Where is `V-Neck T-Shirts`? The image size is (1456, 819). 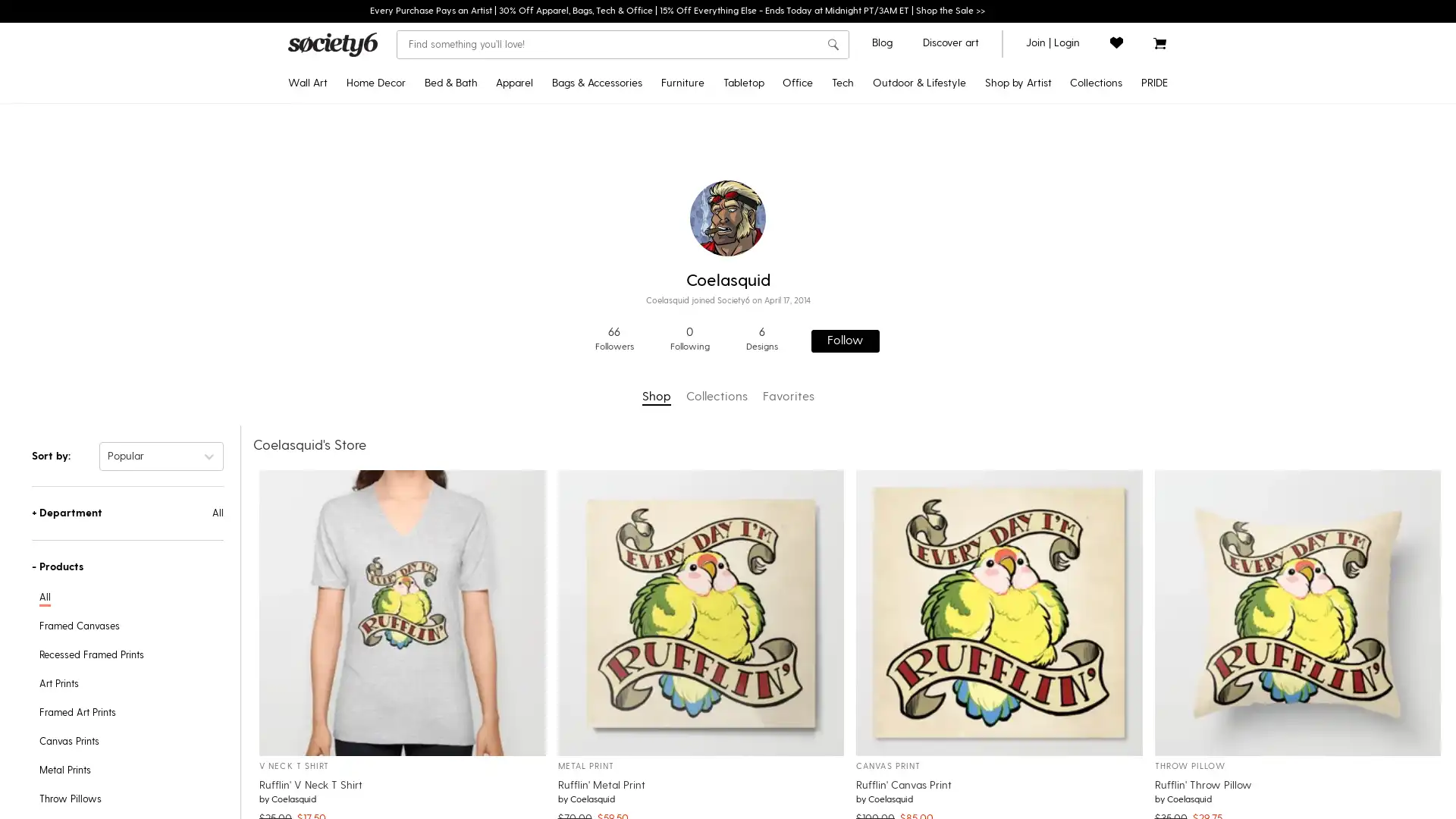 V-Neck T-Shirts is located at coordinates (562, 243).